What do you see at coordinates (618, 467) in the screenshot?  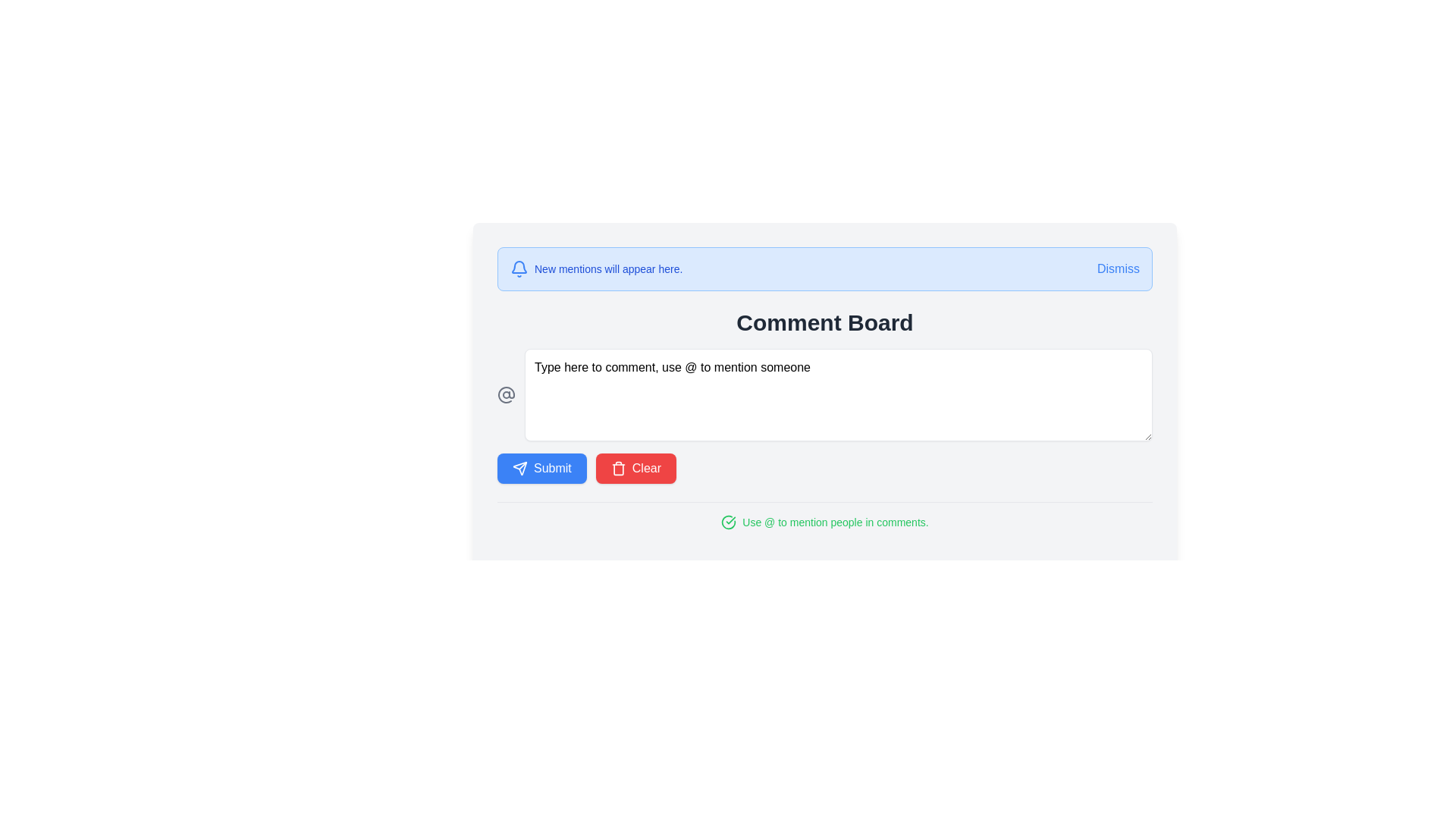 I see `the trash icon located to the left of the 'Clear' button, which is below the text input field and to the right of the 'Submit' button` at bounding box center [618, 467].